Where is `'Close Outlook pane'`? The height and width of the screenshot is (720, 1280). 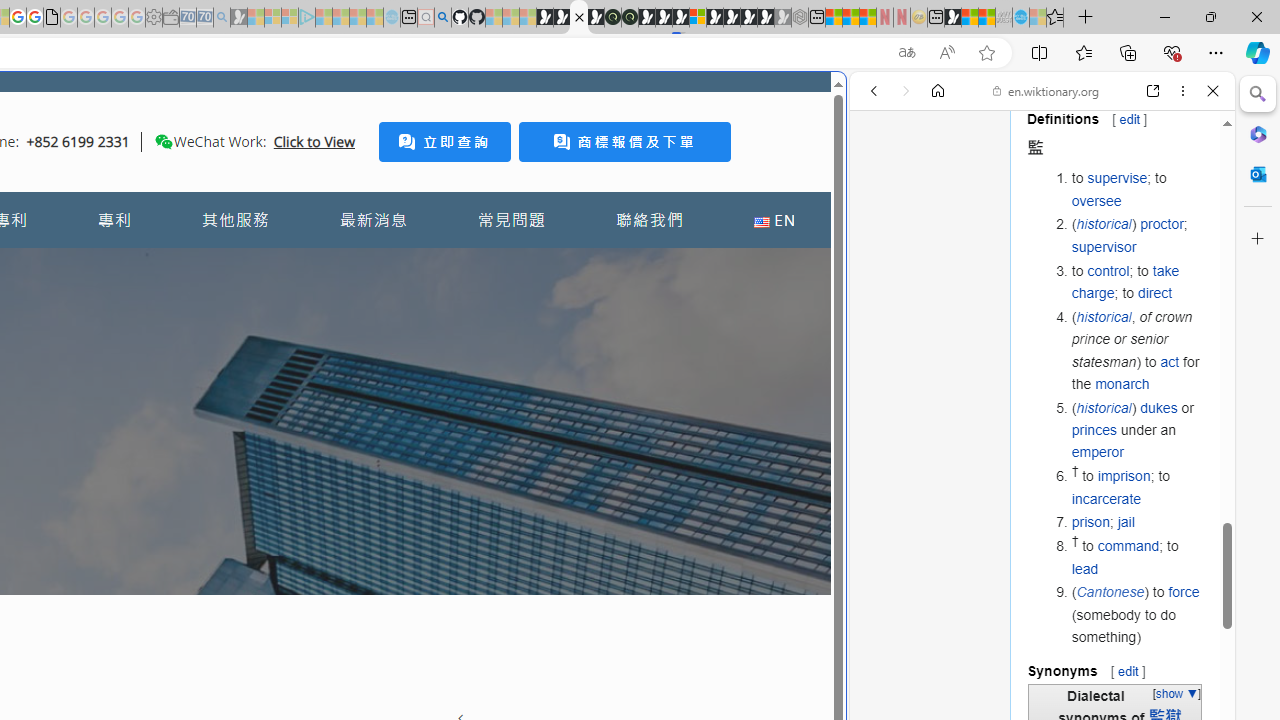
'Close Outlook pane' is located at coordinates (1257, 173).